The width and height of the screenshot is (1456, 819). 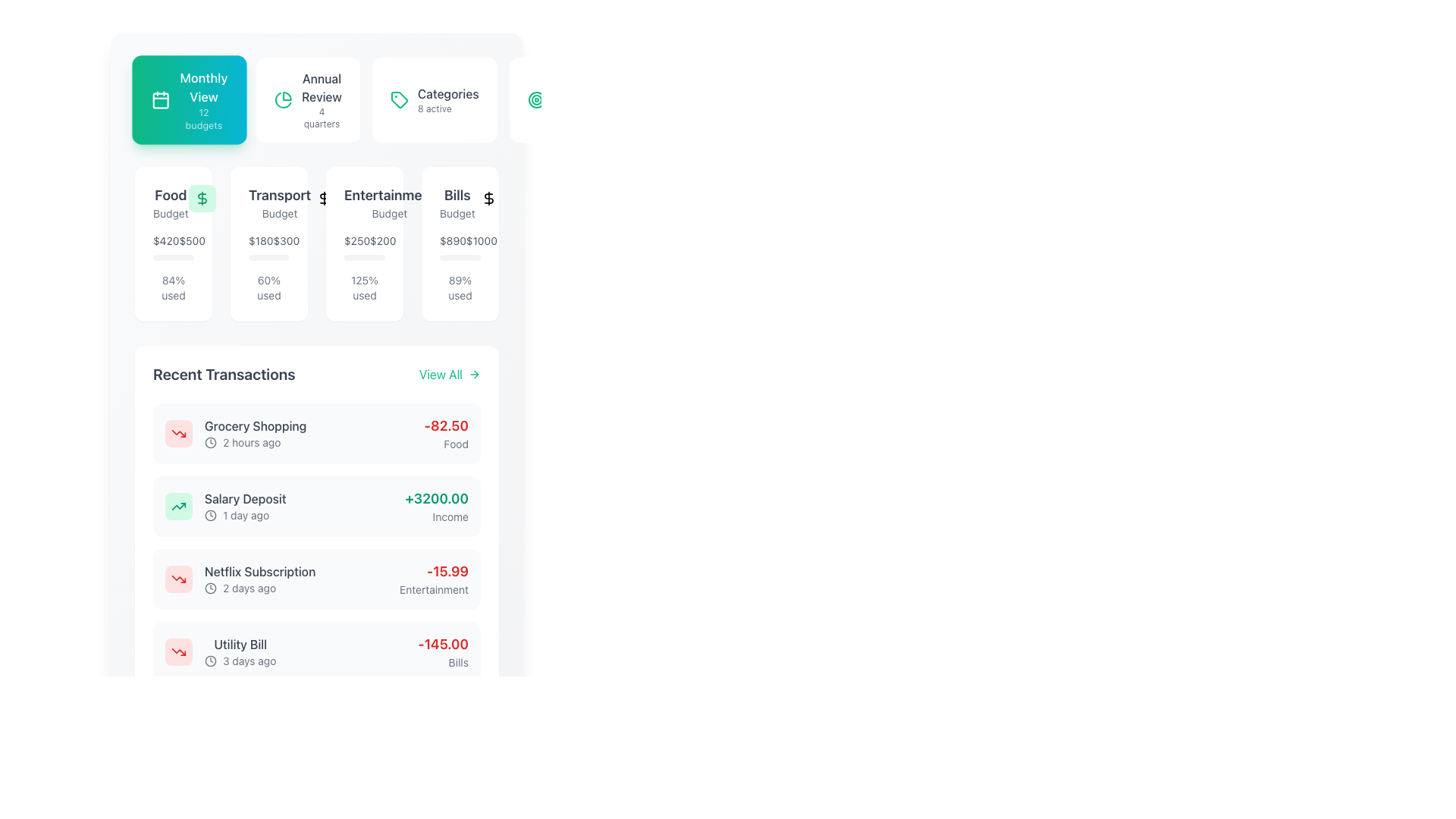 What do you see at coordinates (249, 587) in the screenshot?
I see `the text label displaying '2 days ago', which is located in the 'Recent Transactions' section next to a clock icon under the 'Netflix Subscription' row` at bounding box center [249, 587].